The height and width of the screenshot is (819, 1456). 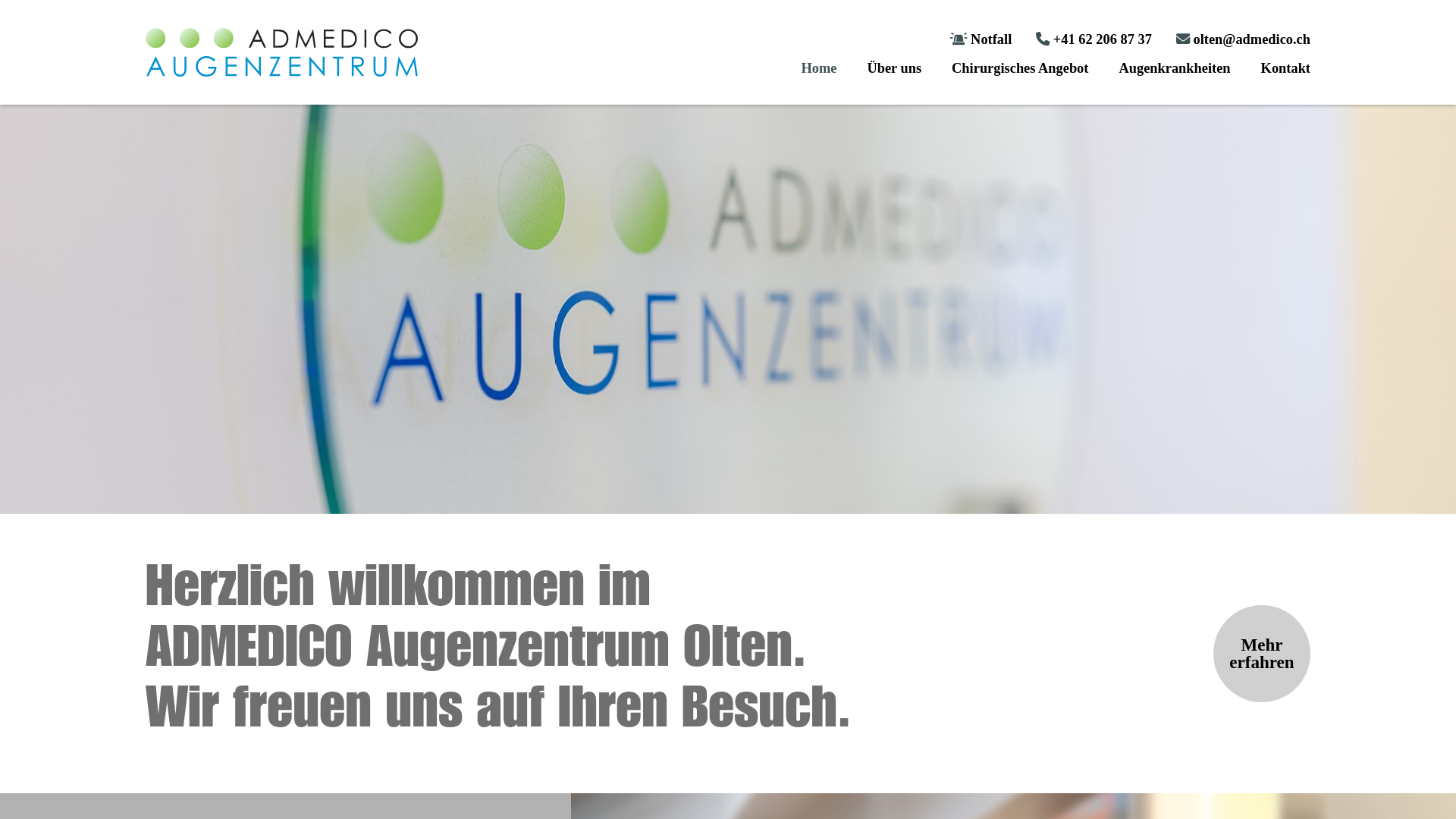 I want to click on 'Kontakt', so click(x=1285, y=67).